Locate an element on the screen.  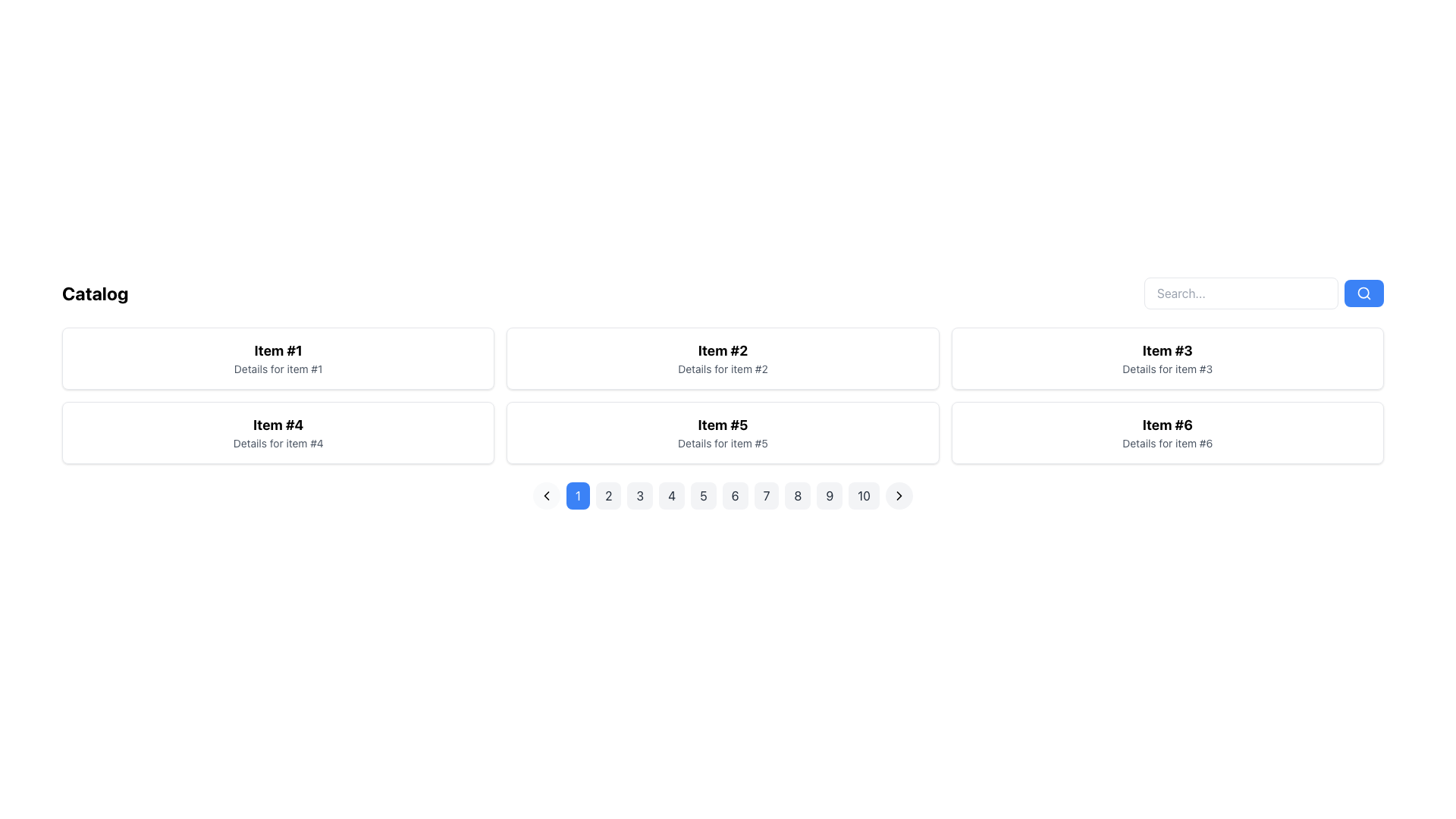
the circular button with a light gray background and a left-pointing chevron icon, which is the first element in the pagination control below the catalog items is located at coordinates (546, 496).